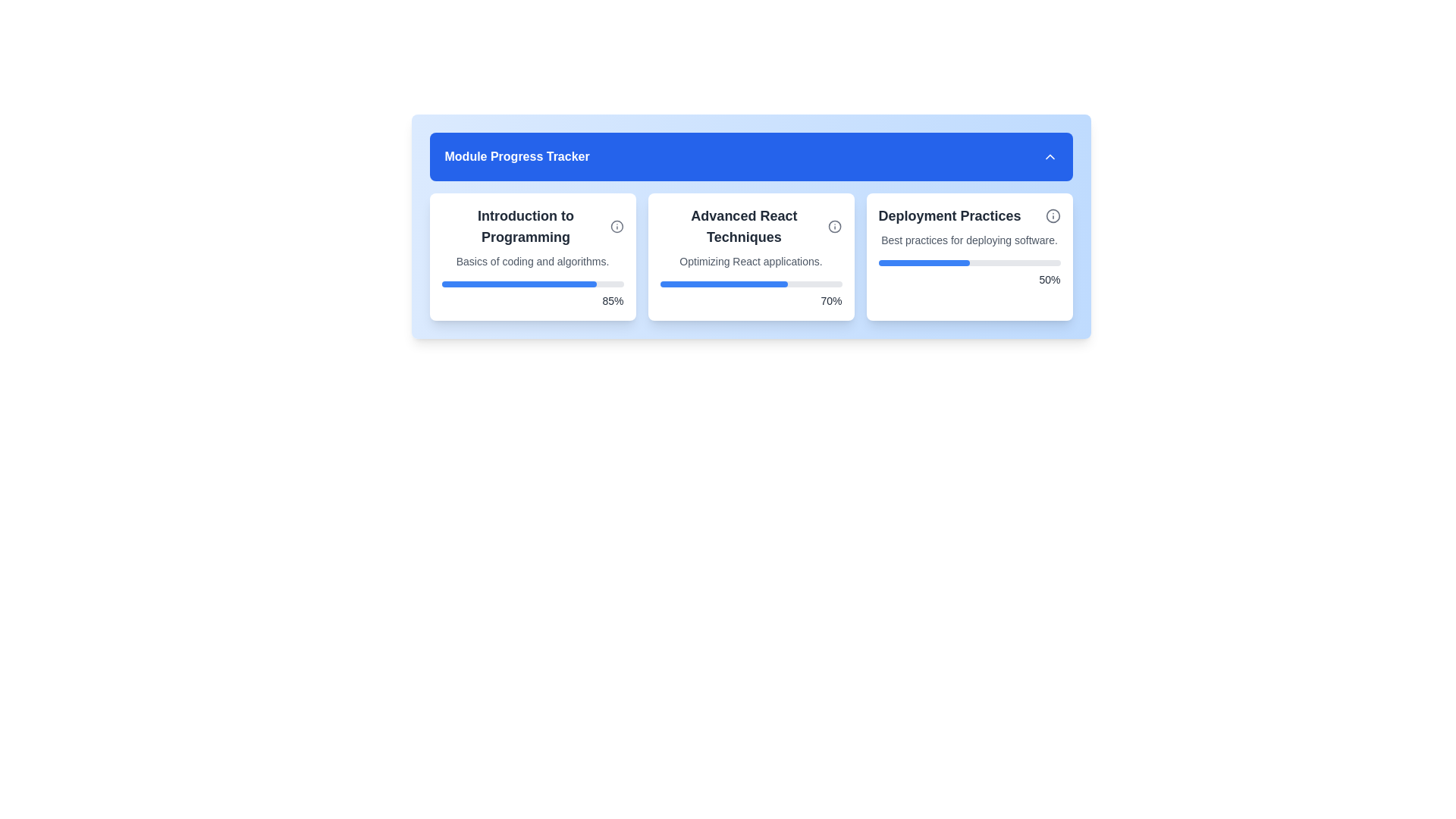 The height and width of the screenshot is (819, 1456). What do you see at coordinates (617, 227) in the screenshot?
I see `the circular component of the info icon located at the top-right corner of the 'Introduction to Programming' card in the 'Module Progress Tracker' section` at bounding box center [617, 227].